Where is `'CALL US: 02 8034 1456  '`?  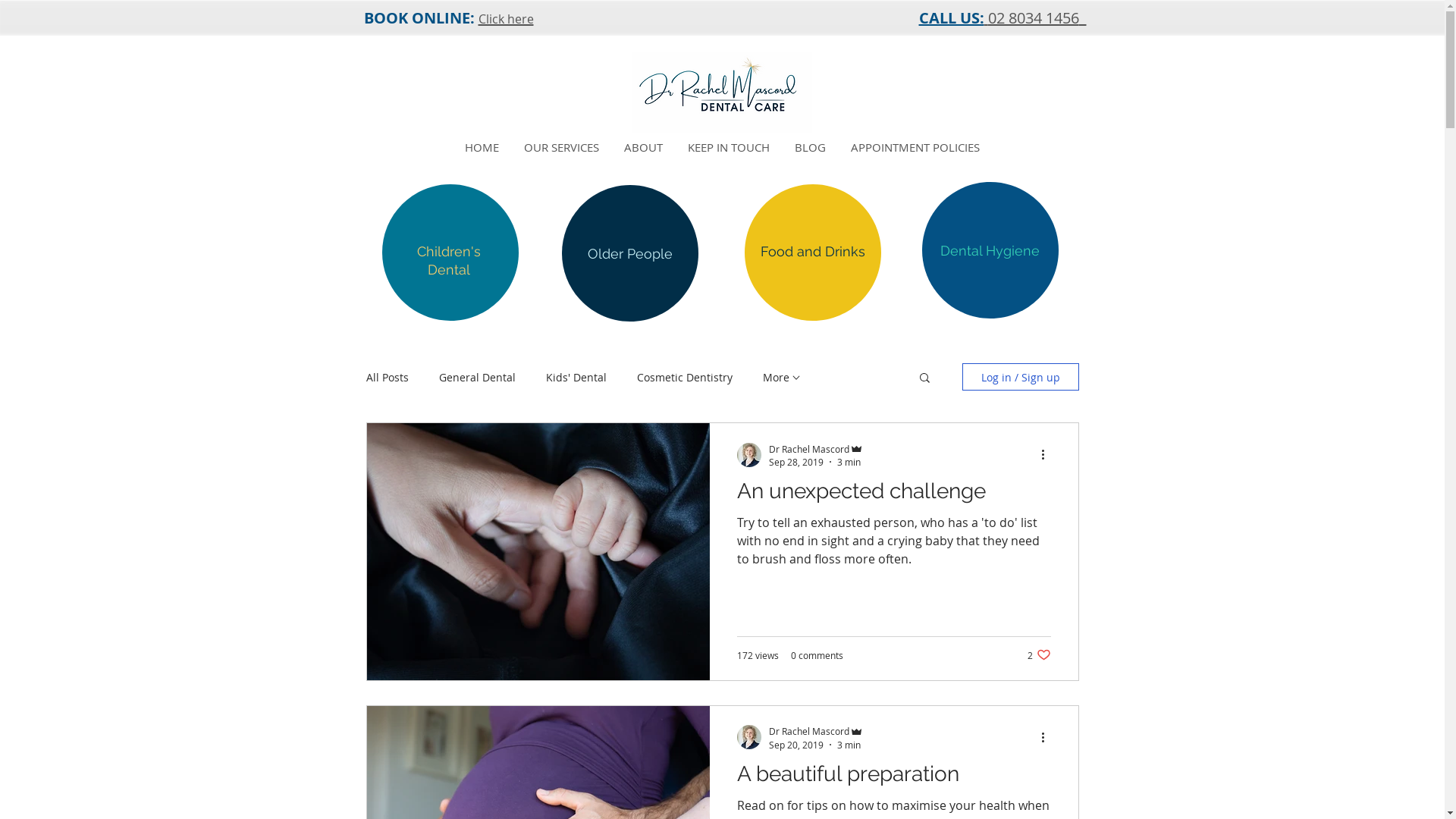 'CALL US: 02 8034 1456  ' is located at coordinates (1003, 17).